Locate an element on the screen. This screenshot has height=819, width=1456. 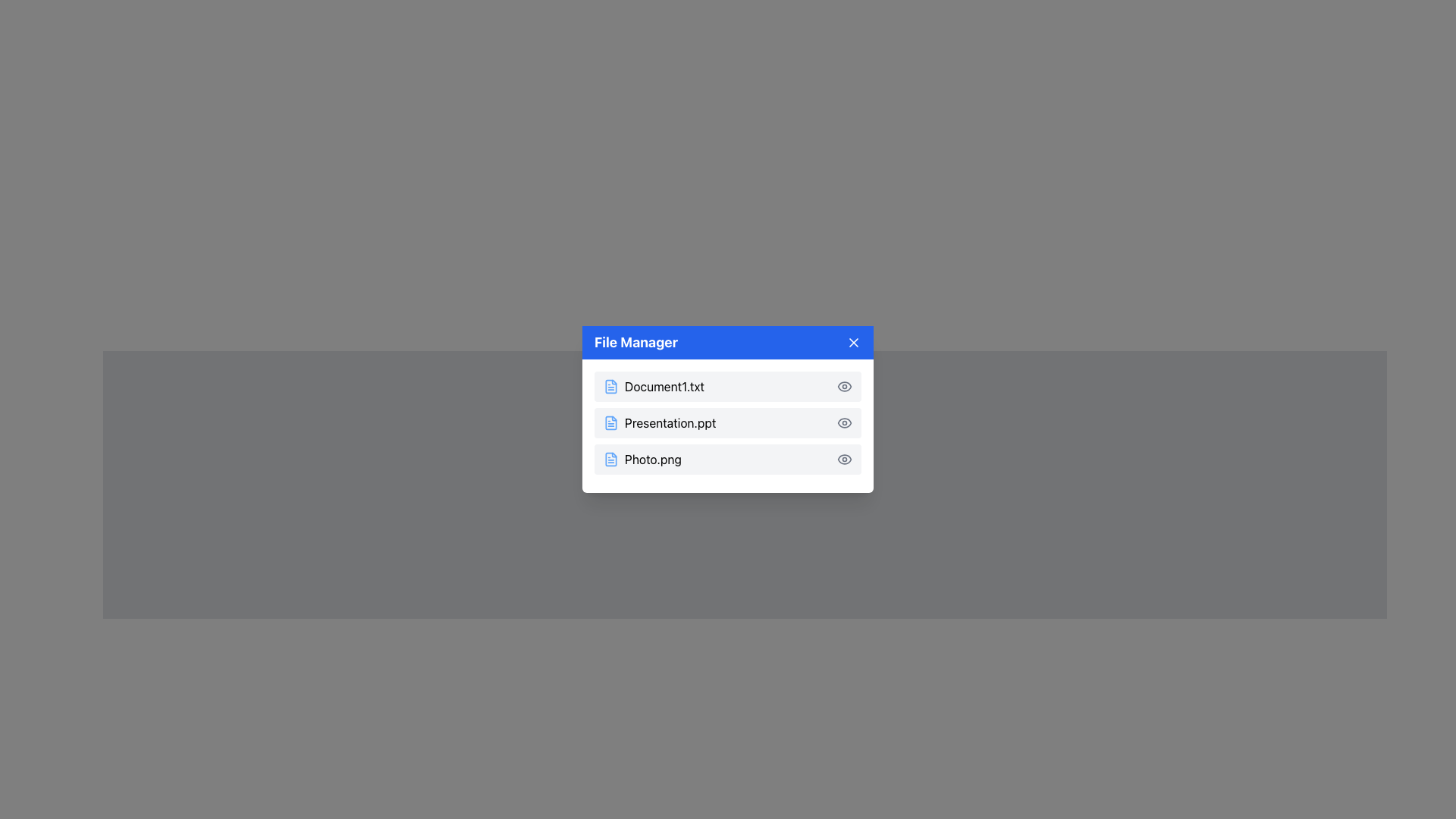
the Eye icon at the far-right end of the row labeled 'Photo.png' is located at coordinates (843, 458).